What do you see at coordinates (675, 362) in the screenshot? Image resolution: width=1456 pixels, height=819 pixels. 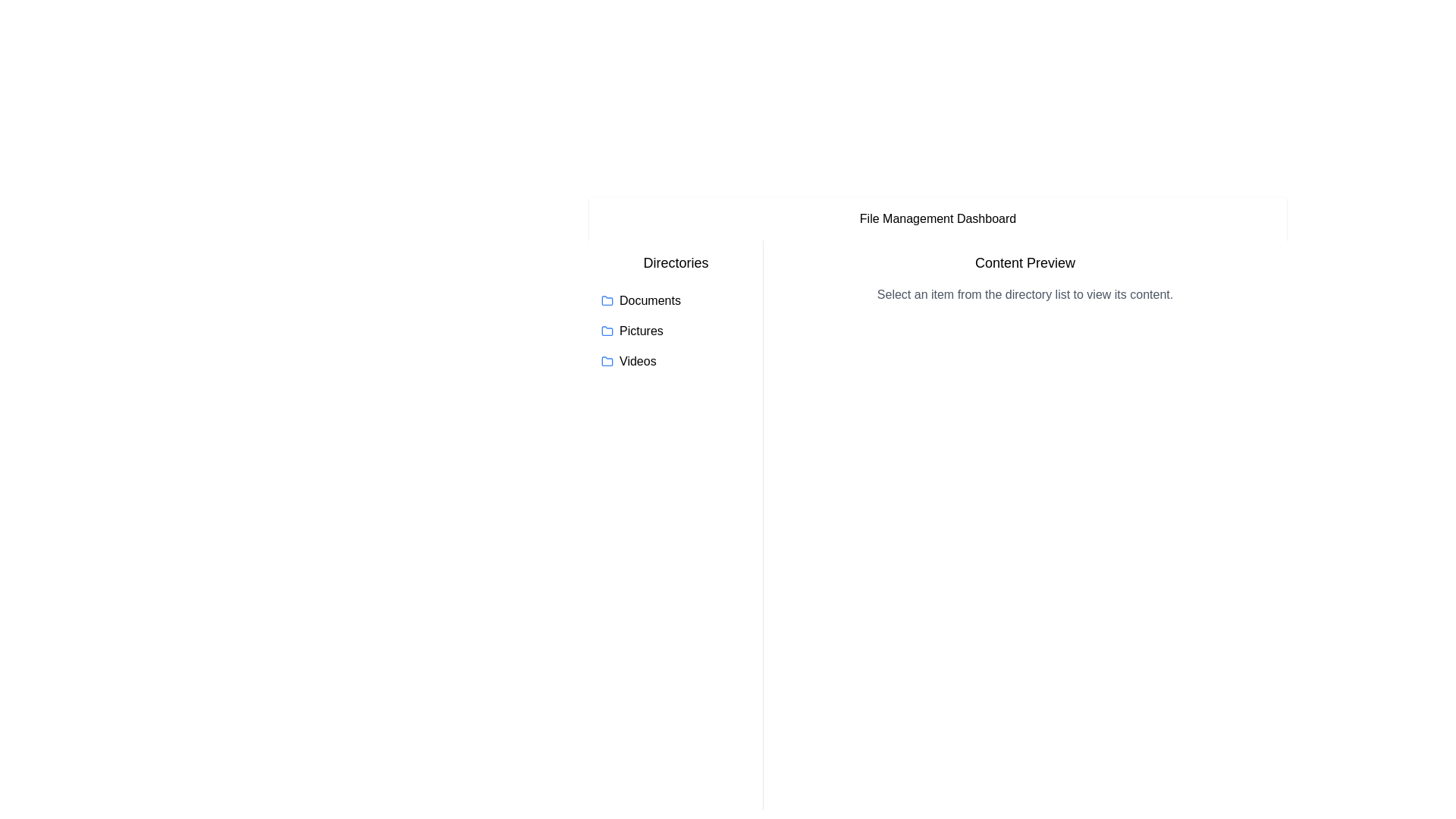 I see `the 'Videos' folder, which is the third item in a vertical list of folder entries` at bounding box center [675, 362].